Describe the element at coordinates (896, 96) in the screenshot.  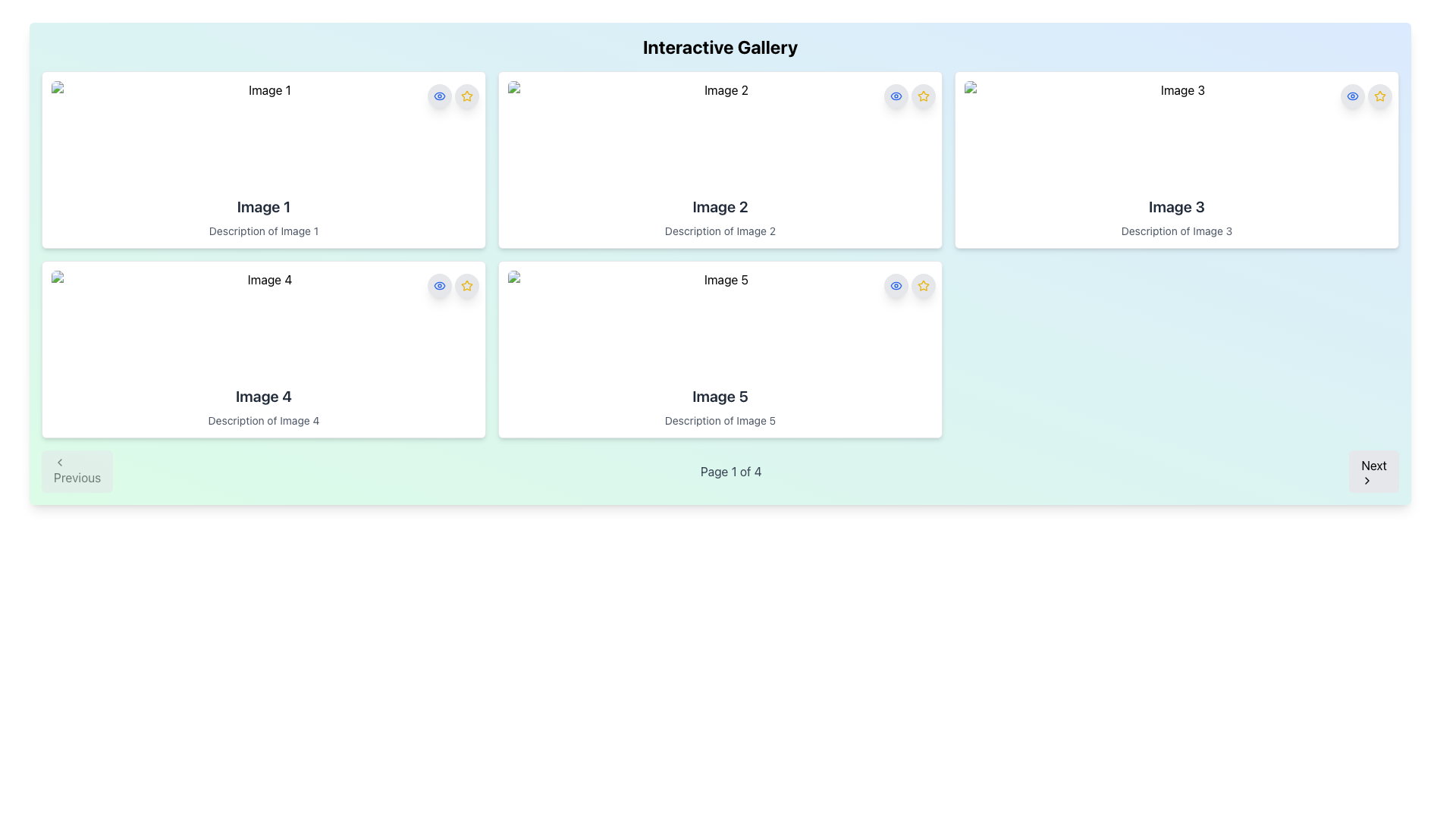
I see `the eye icon inside the rounded button located at the upper-right corner of the box labeled 'Image 2'` at that location.